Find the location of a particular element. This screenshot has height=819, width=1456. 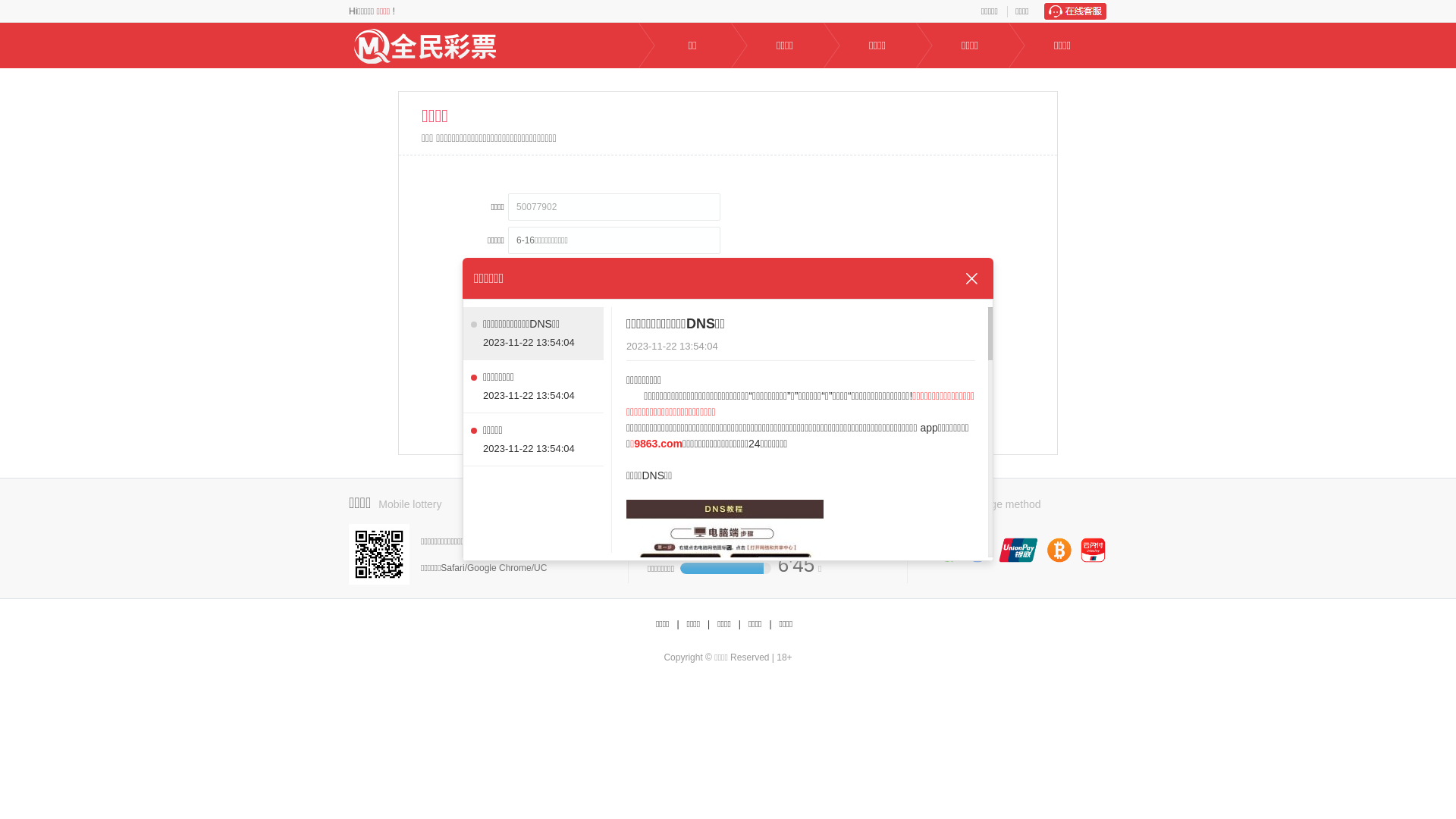

'|' is located at coordinates (739, 624).